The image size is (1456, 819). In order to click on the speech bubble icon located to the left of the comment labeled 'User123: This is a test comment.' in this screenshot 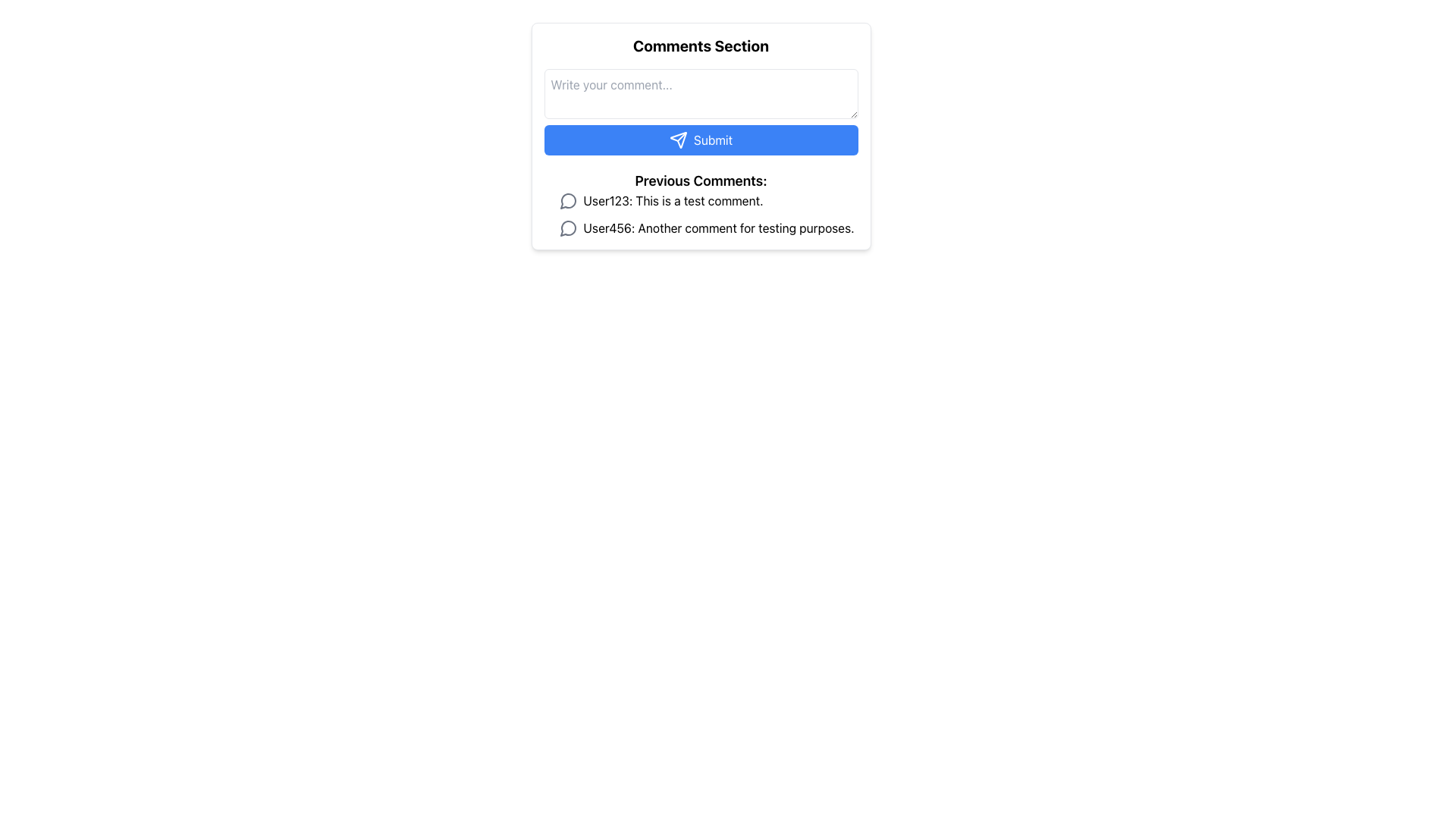, I will do `click(566, 200)`.